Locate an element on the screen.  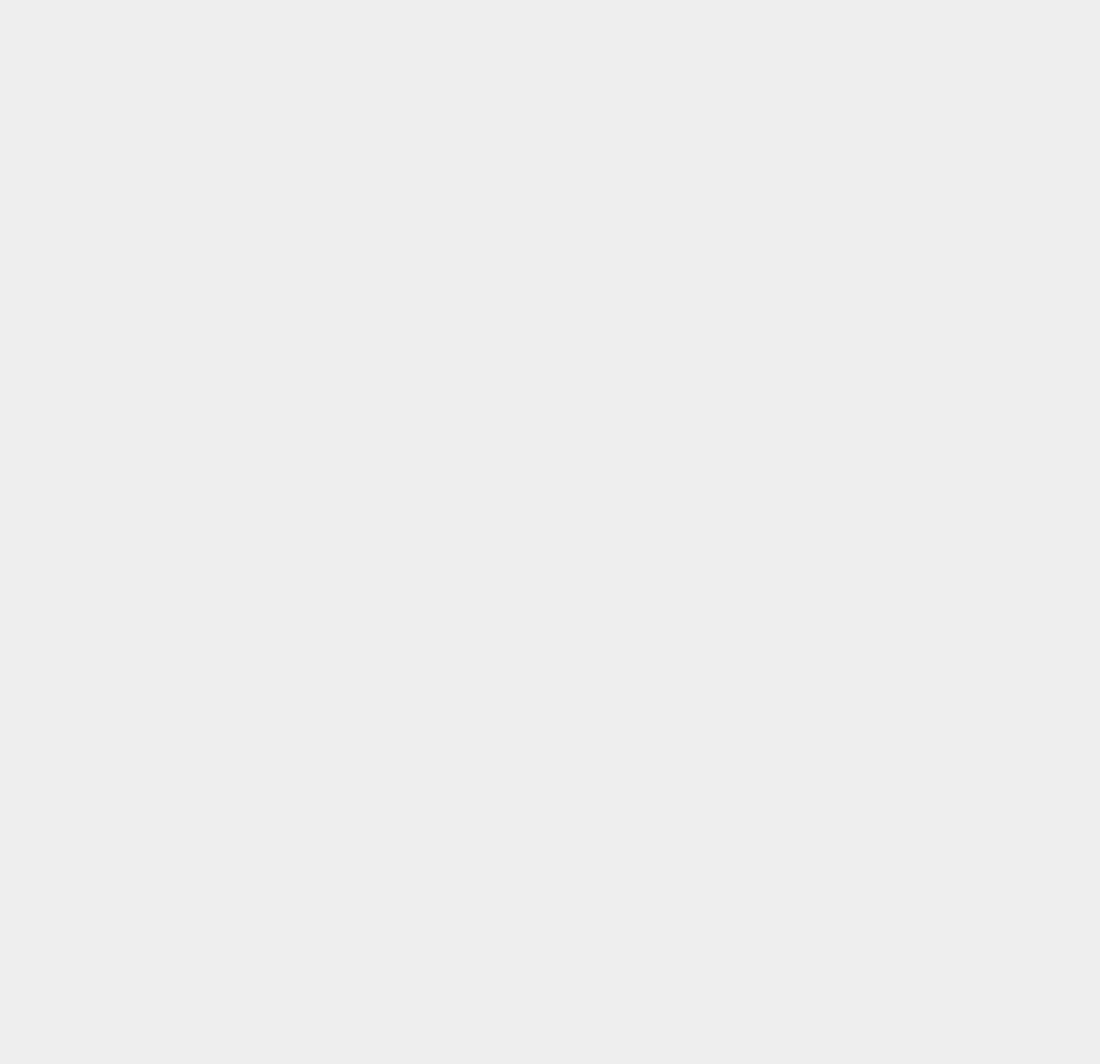
'FaceTime' is located at coordinates (807, 734).